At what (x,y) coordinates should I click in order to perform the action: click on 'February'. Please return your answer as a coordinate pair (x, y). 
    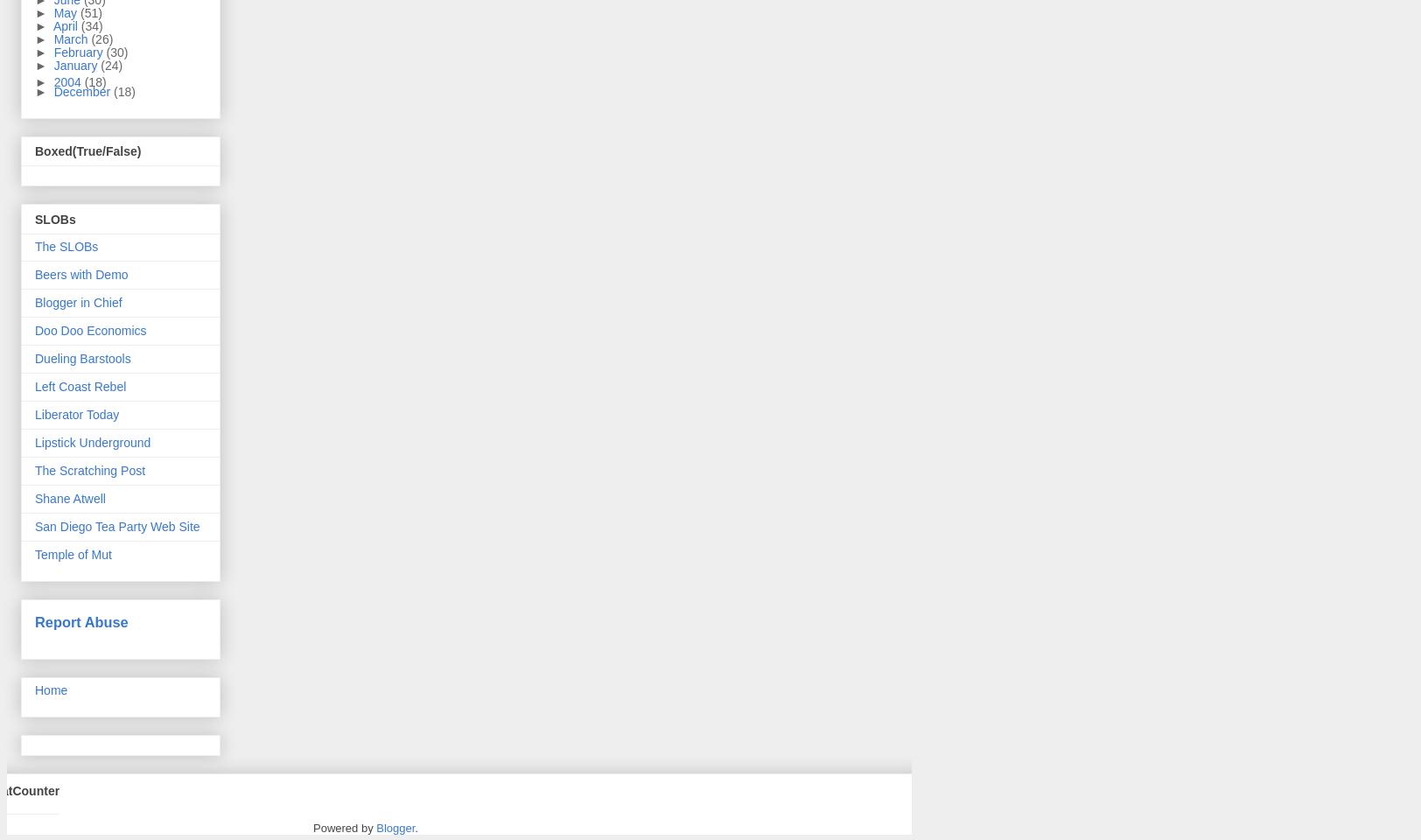
    Looking at the image, I should click on (79, 52).